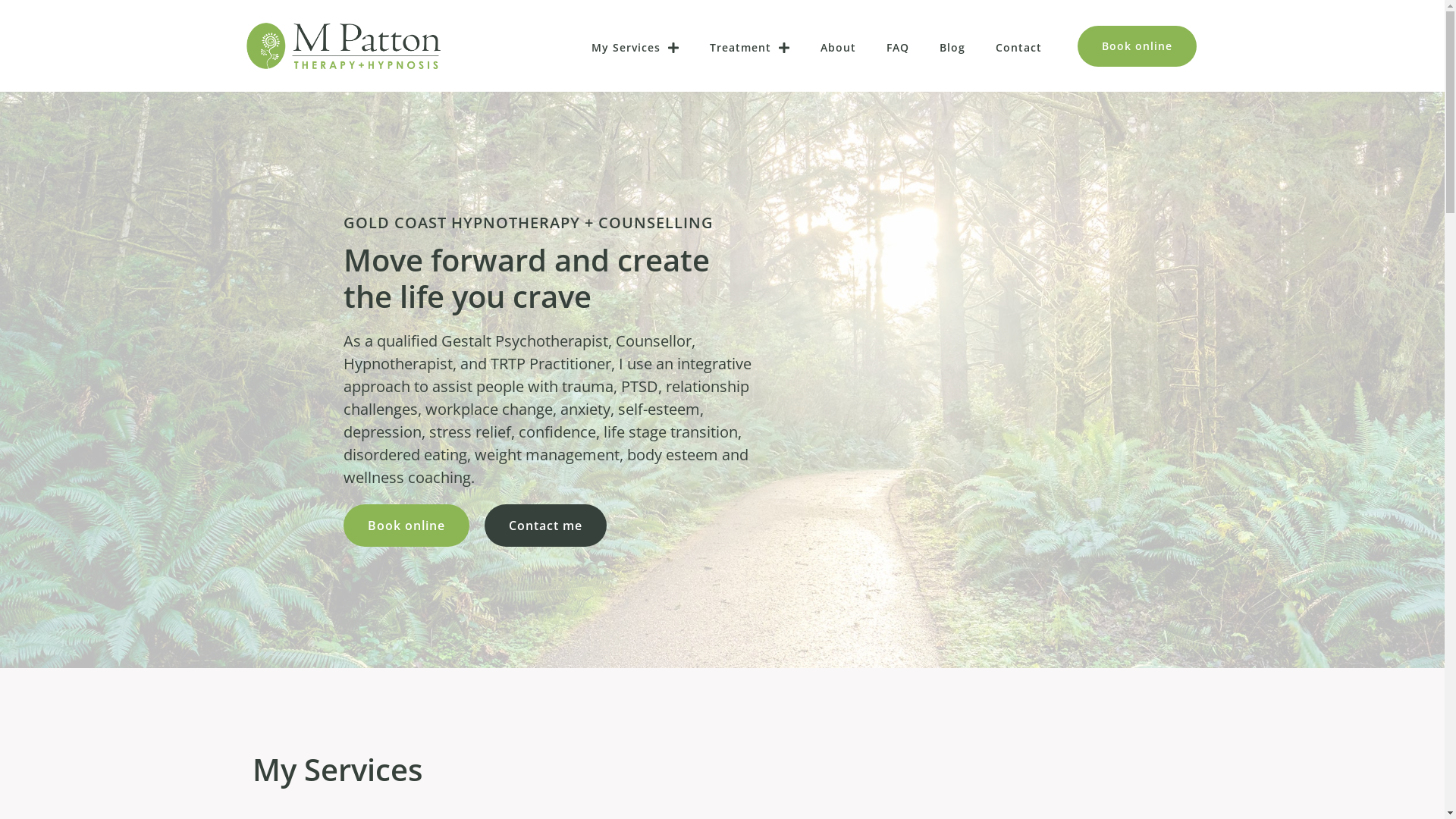 This screenshot has height=819, width=1456. What do you see at coordinates (896, 46) in the screenshot?
I see `'FAQ'` at bounding box center [896, 46].